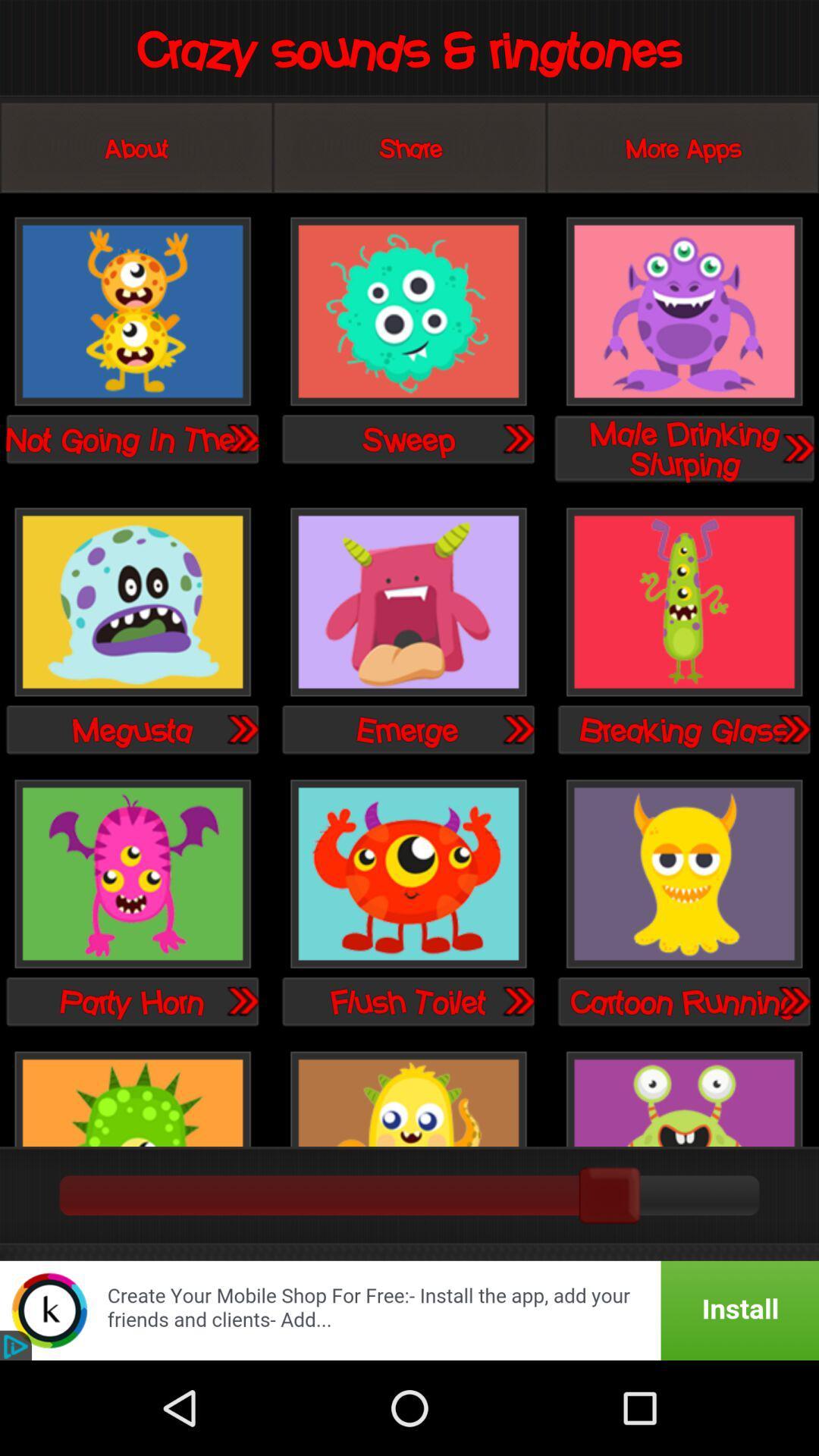  Describe the element at coordinates (407, 875) in the screenshot. I see `flush ringtone` at that location.